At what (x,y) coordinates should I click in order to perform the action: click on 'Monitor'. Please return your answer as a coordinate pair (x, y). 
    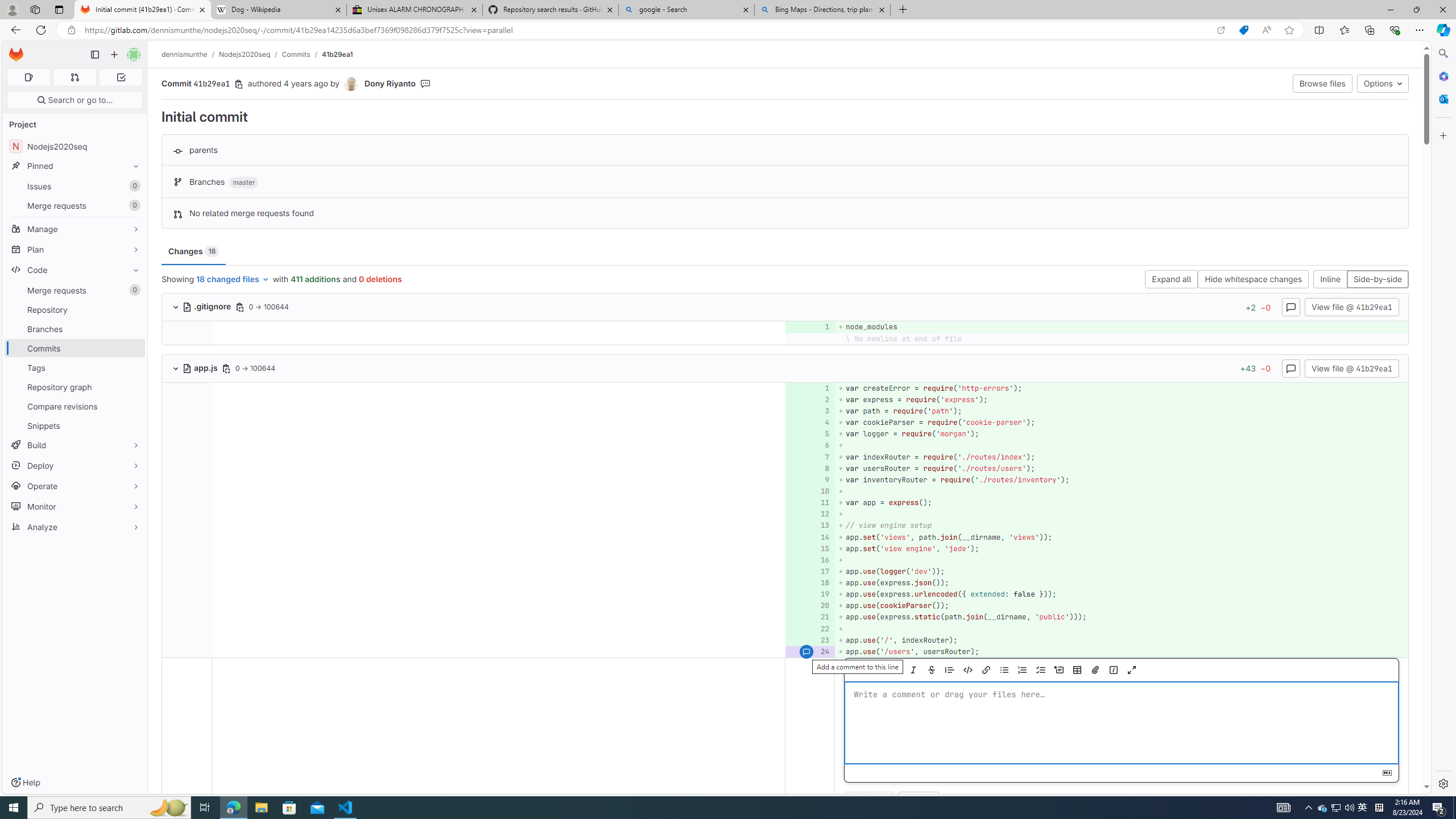
    Looking at the image, I should click on (74, 506).